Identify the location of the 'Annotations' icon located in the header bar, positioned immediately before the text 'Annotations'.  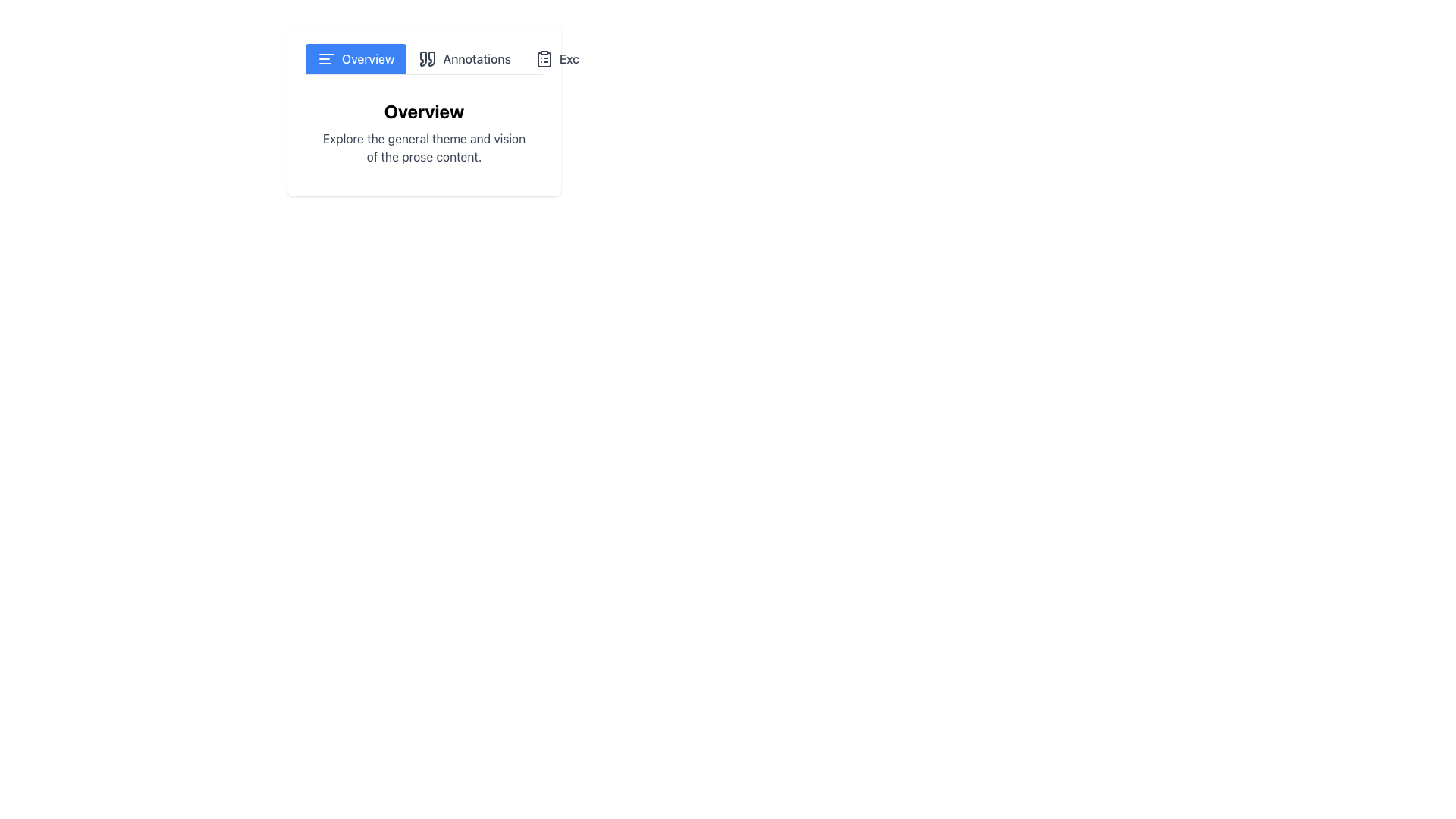
(427, 58).